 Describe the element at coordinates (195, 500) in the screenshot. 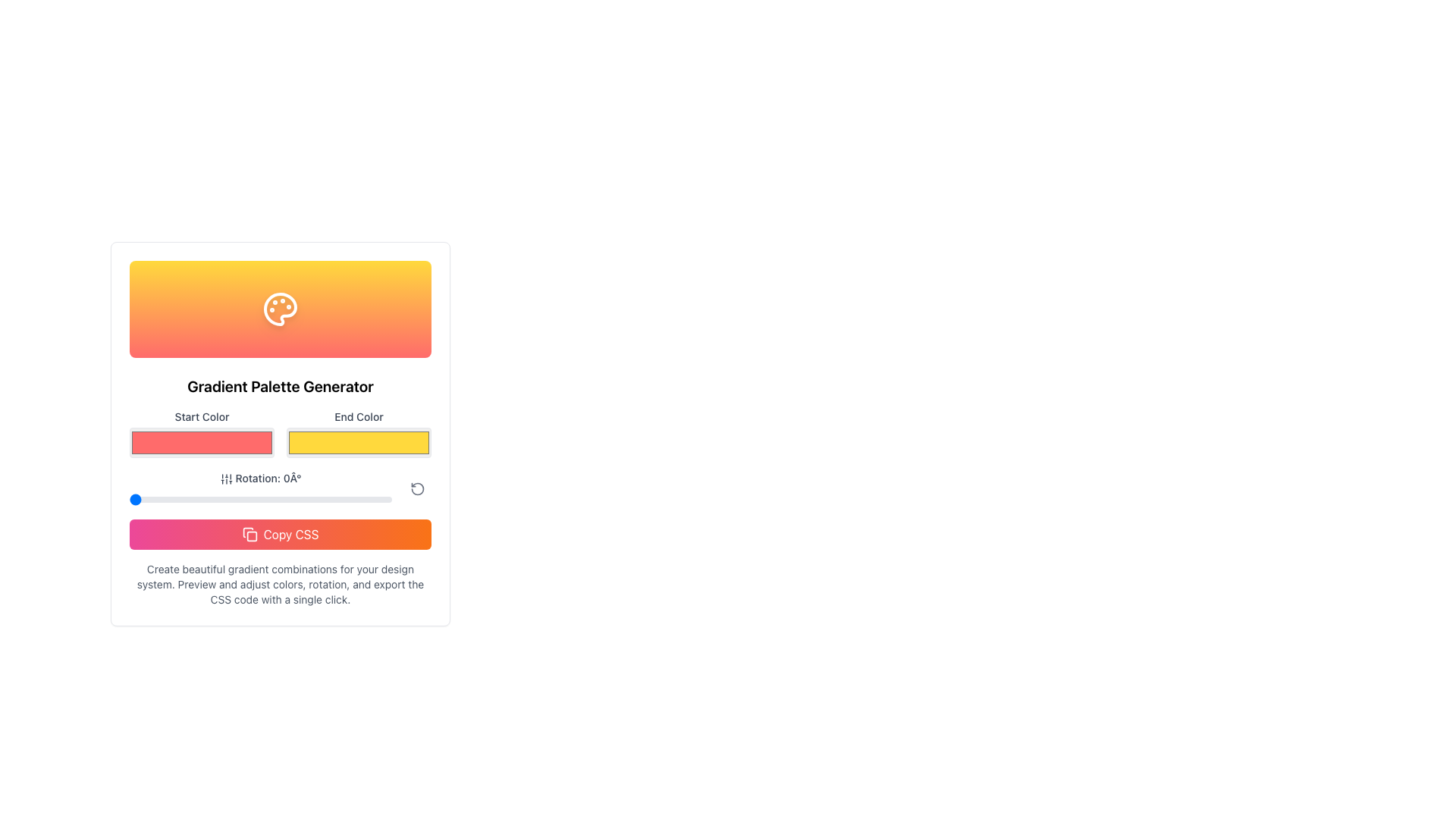

I see `the rotation` at that location.